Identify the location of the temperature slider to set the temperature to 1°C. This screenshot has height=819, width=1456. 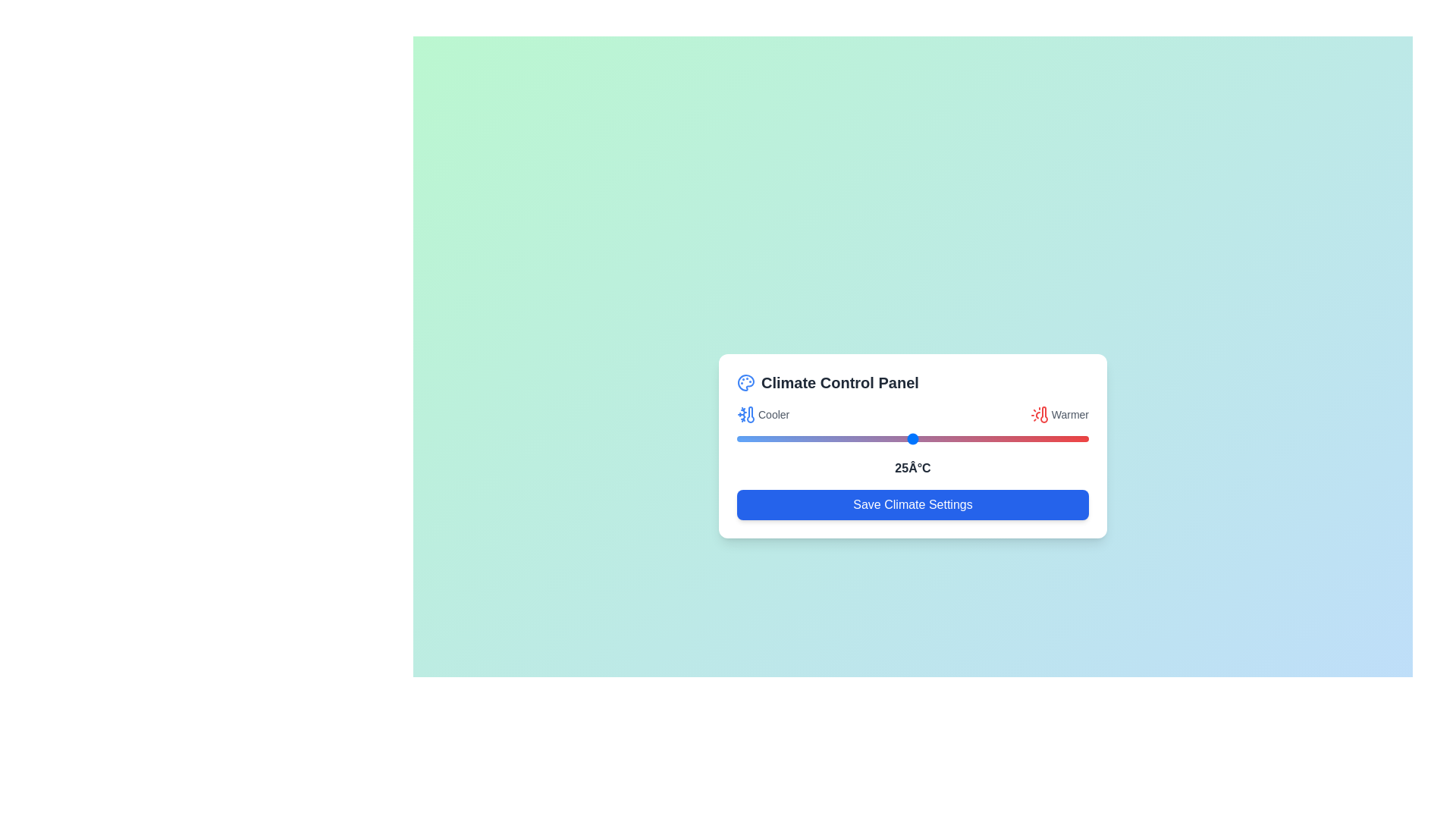
(744, 438).